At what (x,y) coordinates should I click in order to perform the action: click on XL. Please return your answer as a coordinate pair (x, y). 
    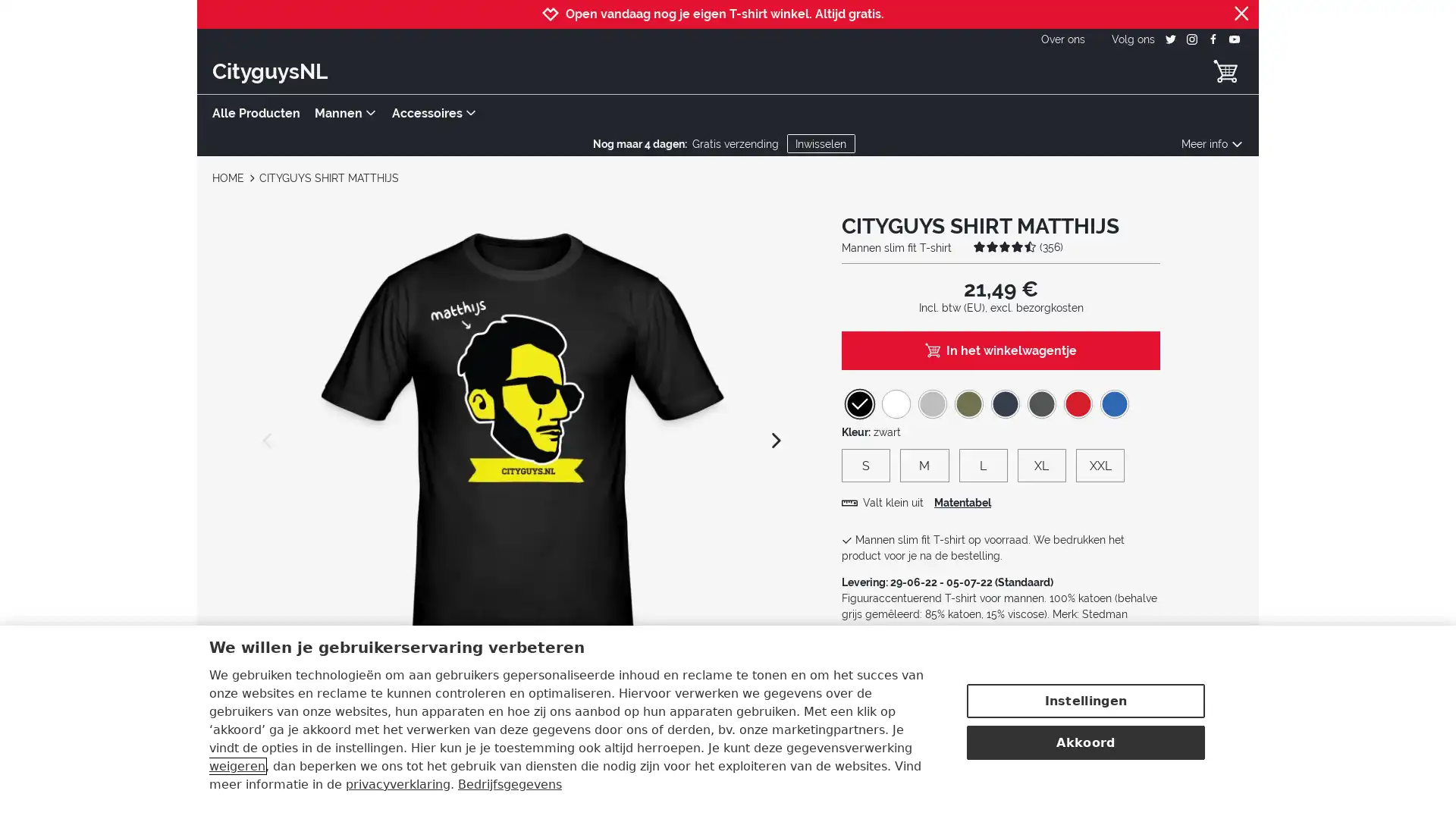
    Looking at the image, I should click on (1040, 464).